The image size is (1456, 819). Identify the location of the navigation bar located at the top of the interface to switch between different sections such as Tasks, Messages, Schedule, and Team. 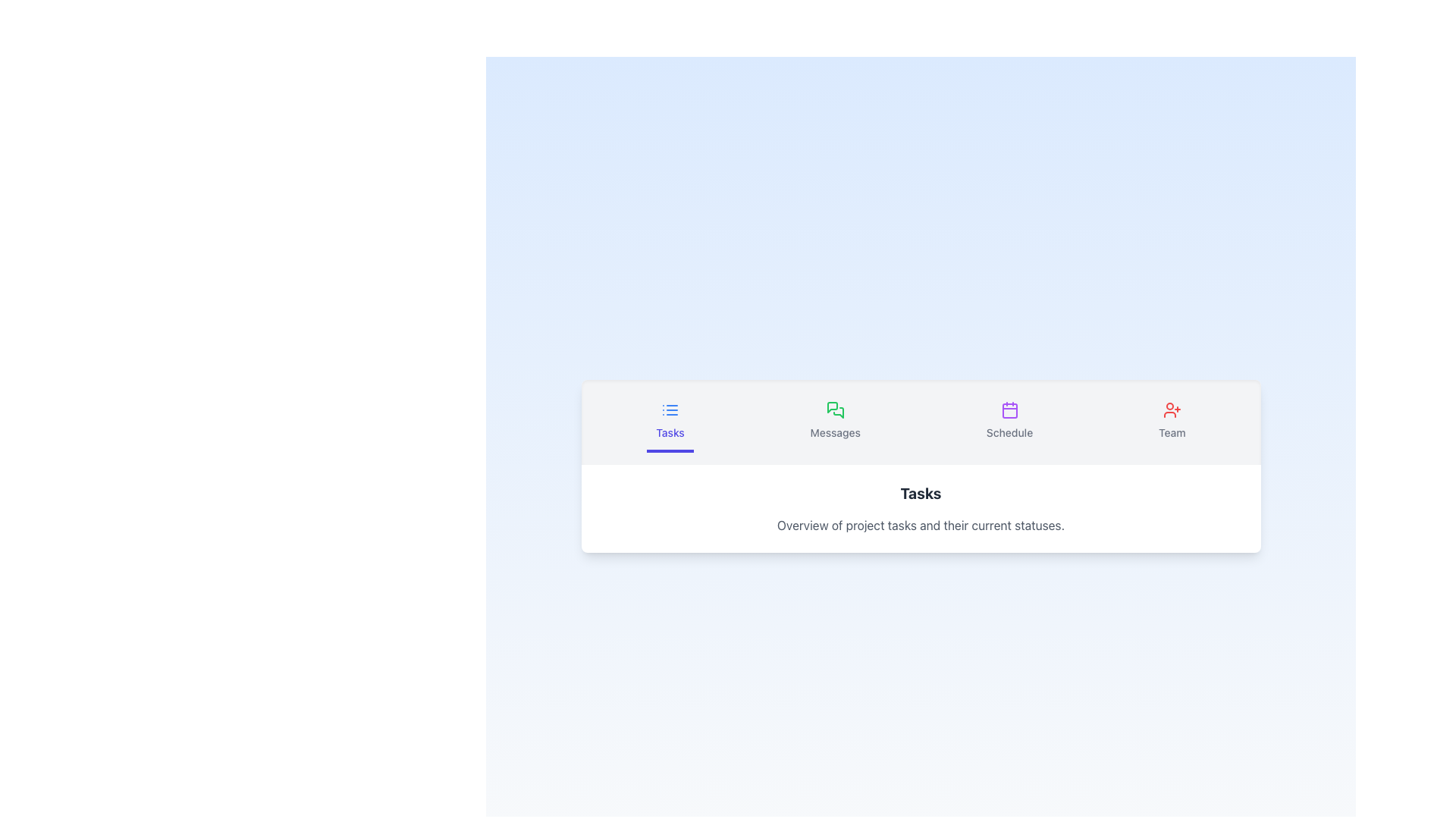
(920, 422).